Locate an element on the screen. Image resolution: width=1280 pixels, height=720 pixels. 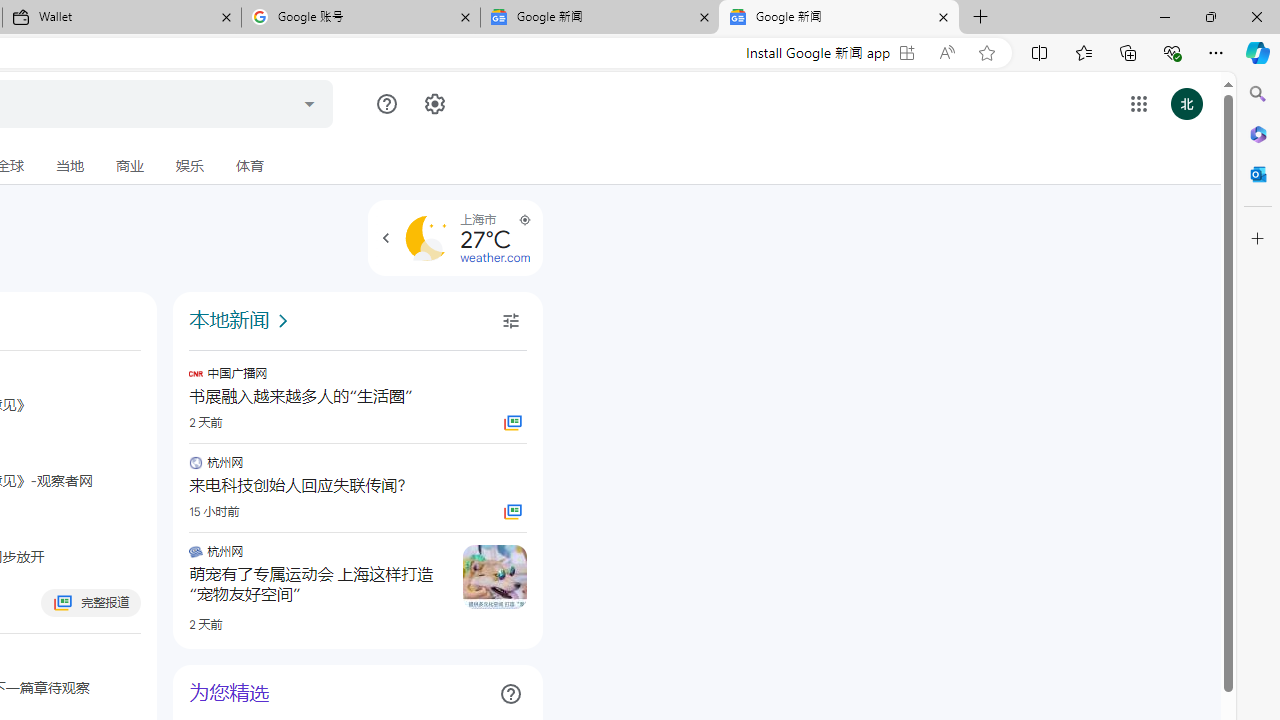
'Class:  NMm5M hhikbc' is located at coordinates (386, 236).